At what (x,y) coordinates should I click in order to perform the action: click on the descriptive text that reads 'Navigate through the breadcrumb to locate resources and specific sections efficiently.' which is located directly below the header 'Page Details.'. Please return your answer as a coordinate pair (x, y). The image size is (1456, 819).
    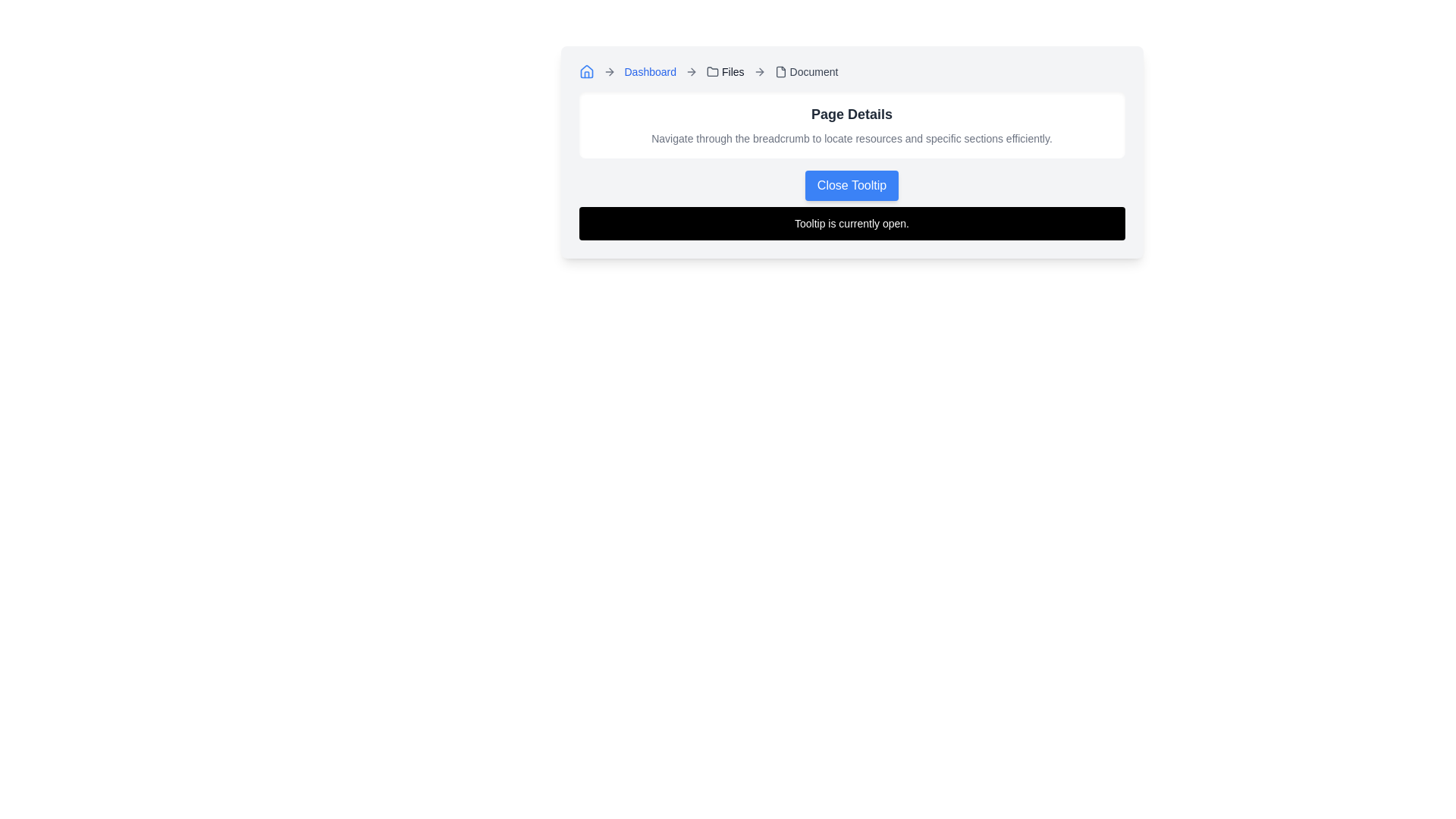
    Looking at the image, I should click on (852, 138).